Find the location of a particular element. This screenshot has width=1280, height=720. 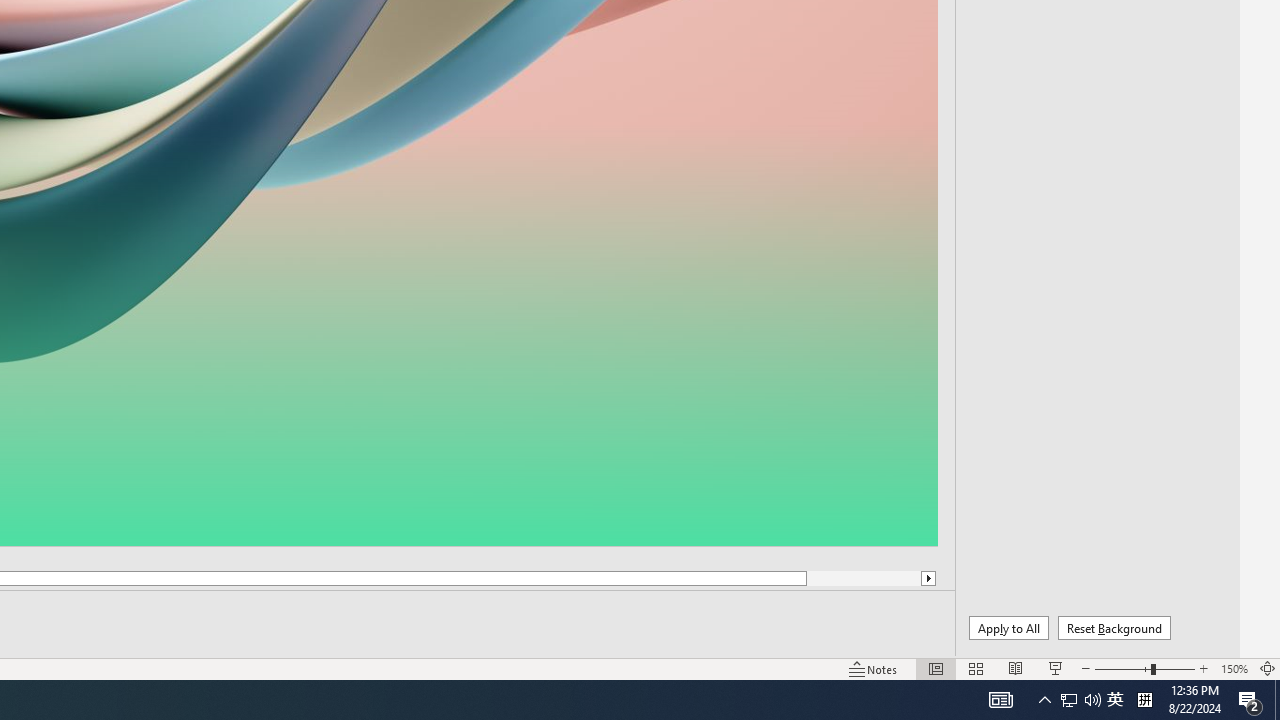

'Apply to All' is located at coordinates (1009, 627).